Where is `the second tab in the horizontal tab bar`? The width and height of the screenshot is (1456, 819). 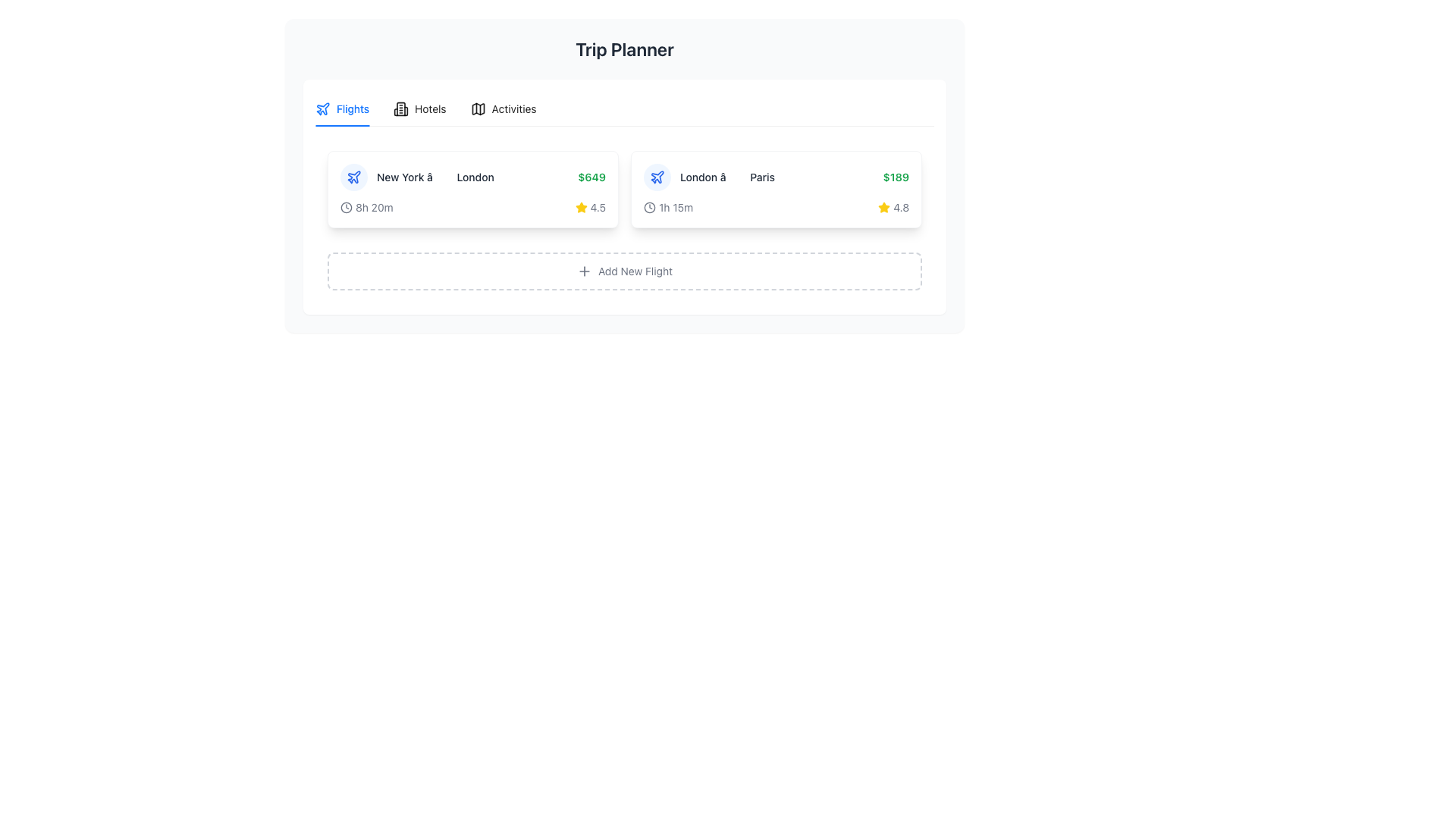
the second tab in the horizontal tab bar is located at coordinates (425, 108).